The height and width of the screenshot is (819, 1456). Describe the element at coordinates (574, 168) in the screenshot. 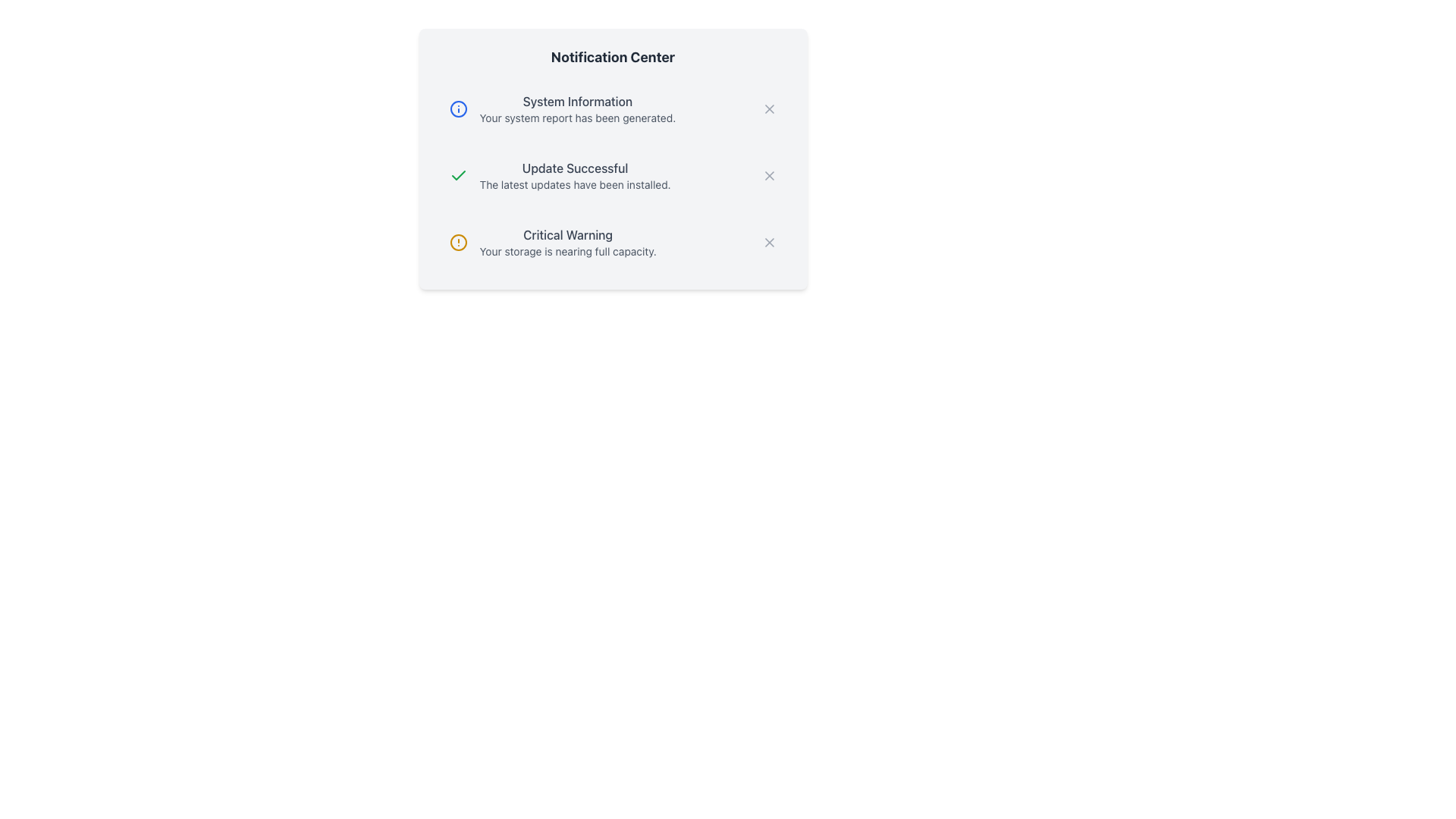

I see `the static text label displaying 'Update Successful', which is centrally located in the notification panel and styled with medium font weight and gray color` at that location.